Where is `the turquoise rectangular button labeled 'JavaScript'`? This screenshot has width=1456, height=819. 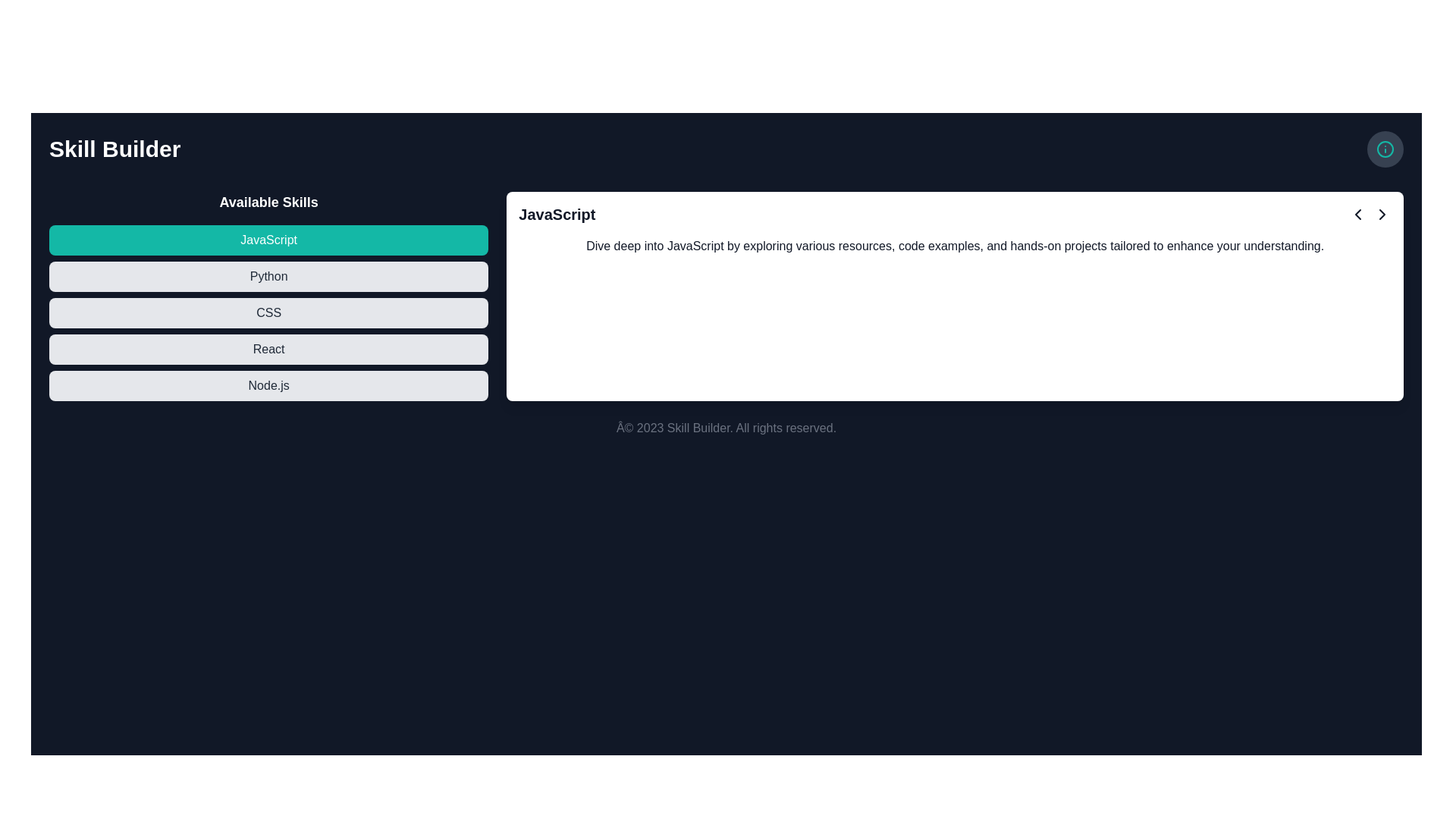
the turquoise rectangular button labeled 'JavaScript' is located at coordinates (268, 239).